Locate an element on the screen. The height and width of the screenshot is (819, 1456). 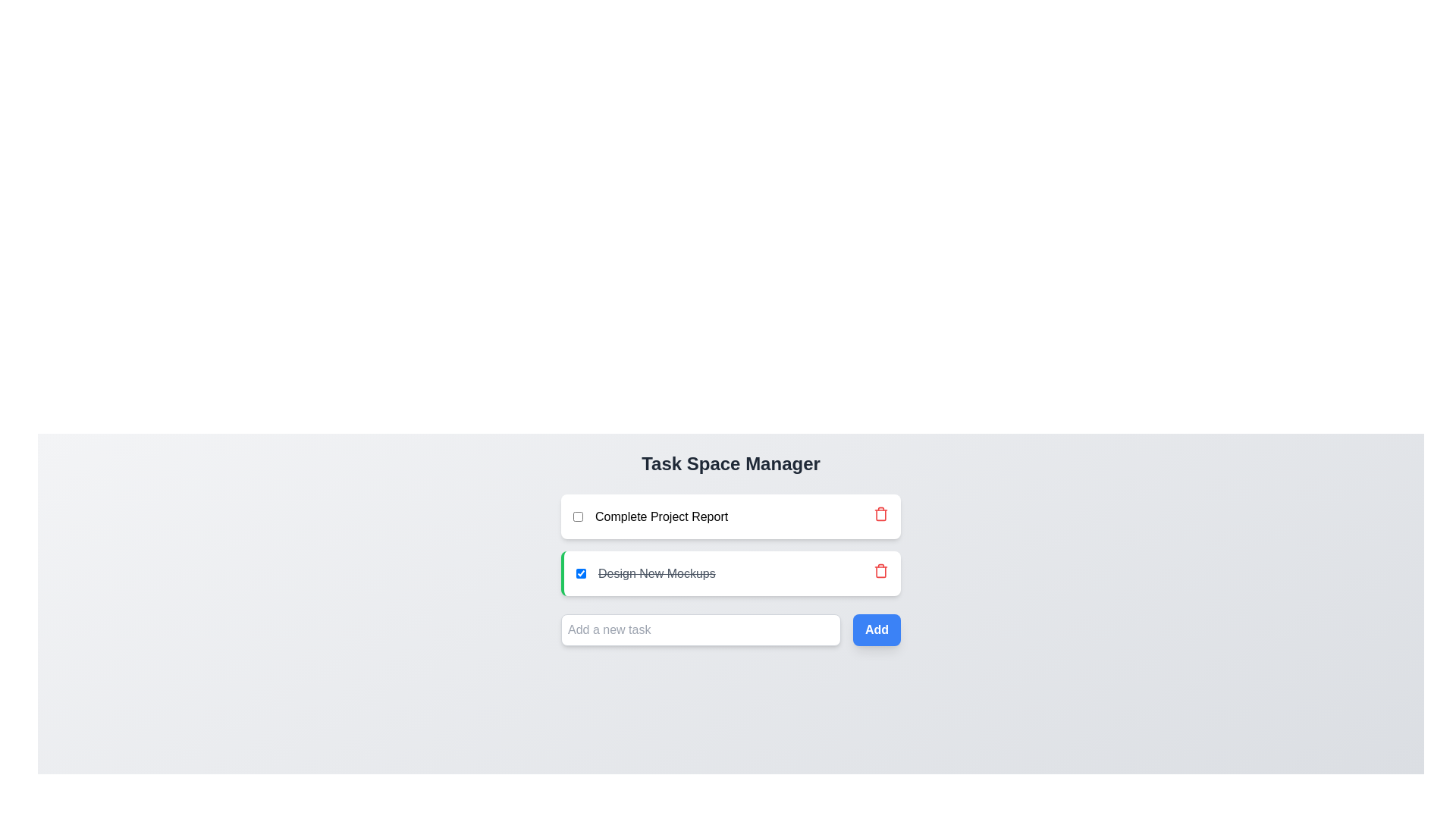
the text label displaying 'Design New Mockups' with a strikethrough style, indicating it represents a completed task in the 'Task Space Manager' is located at coordinates (657, 573).